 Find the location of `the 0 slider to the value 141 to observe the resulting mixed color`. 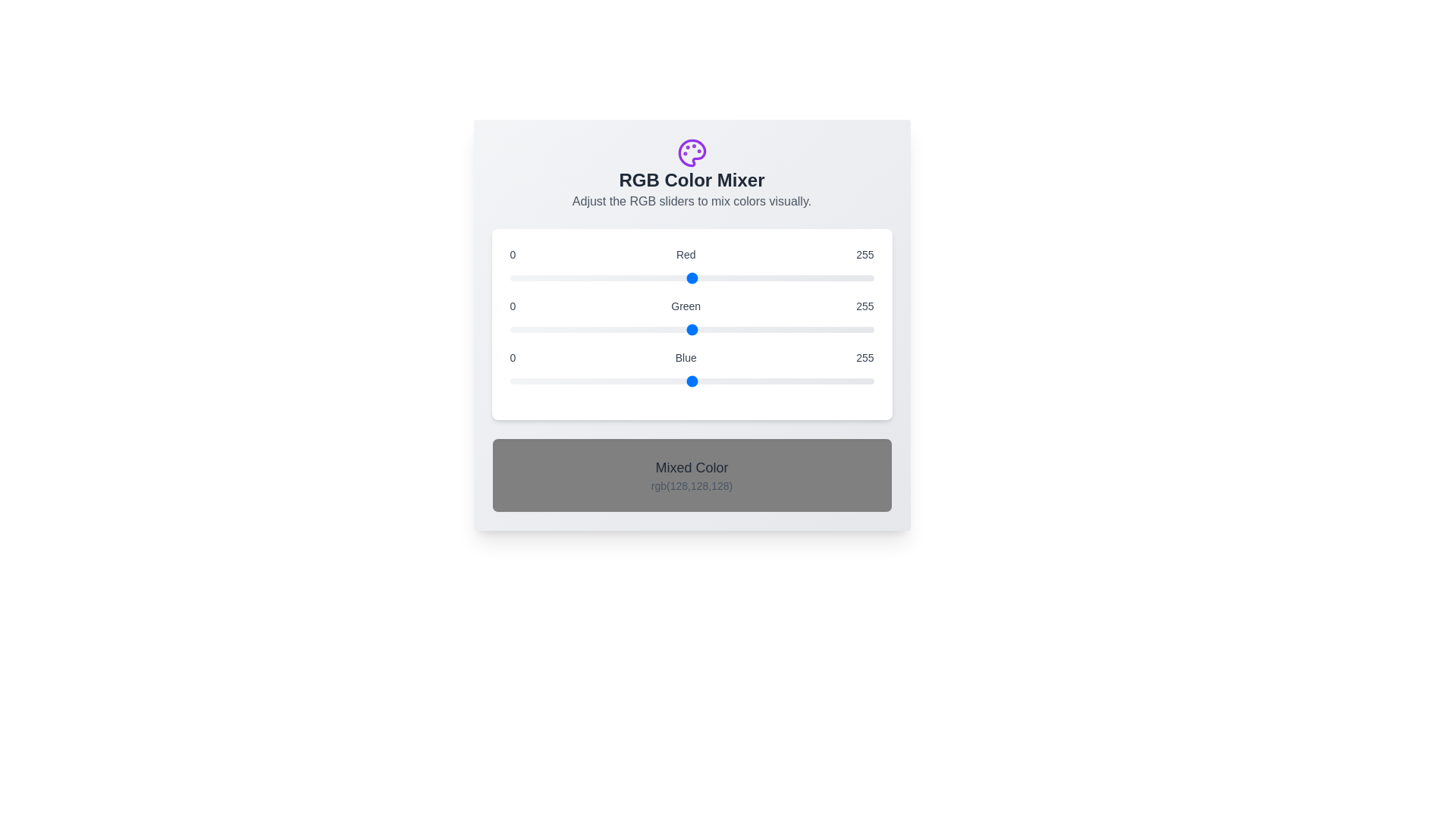

the 0 slider to the value 141 to observe the resulting mixed color is located at coordinates (691, 278).